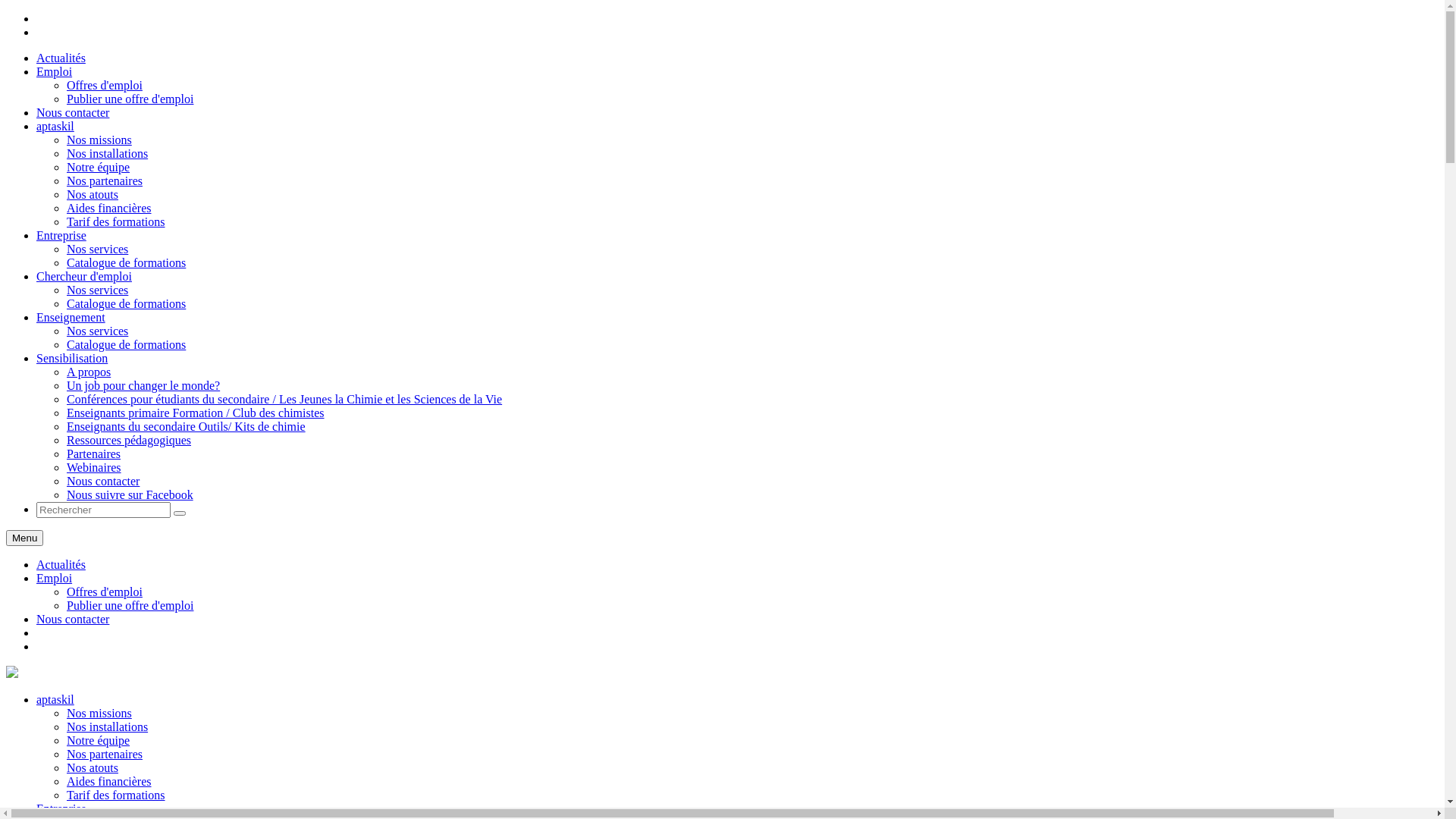  Describe the element at coordinates (96, 248) in the screenshot. I see `'Nos services'` at that location.